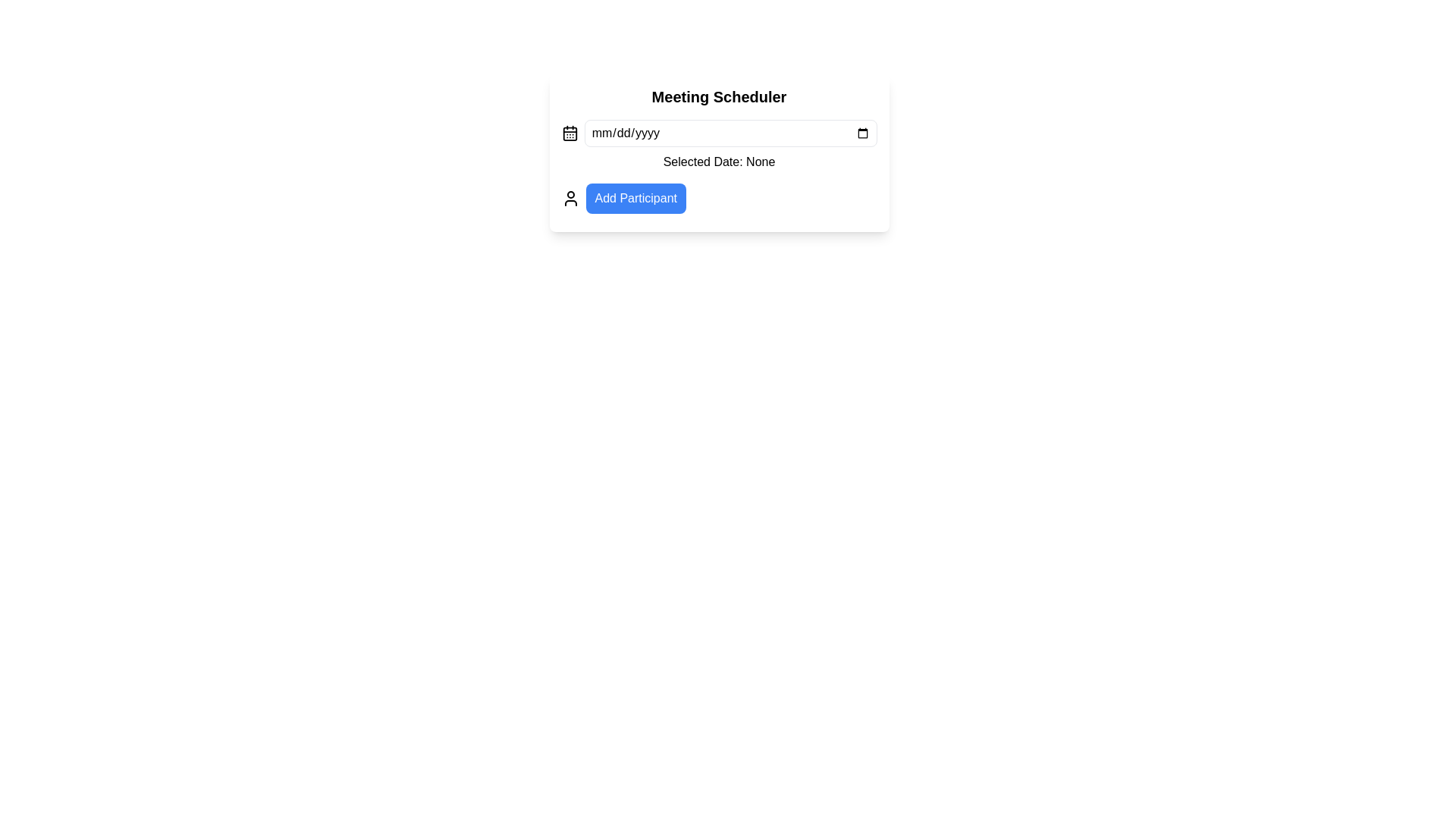 Image resolution: width=1456 pixels, height=819 pixels. Describe the element at coordinates (730, 133) in the screenshot. I see `a date using the Date Picker Input Field, which is a rounded rectangular input box with the placeholder 'mm/dd/yyyy', positioned between two calendar icons` at that location.